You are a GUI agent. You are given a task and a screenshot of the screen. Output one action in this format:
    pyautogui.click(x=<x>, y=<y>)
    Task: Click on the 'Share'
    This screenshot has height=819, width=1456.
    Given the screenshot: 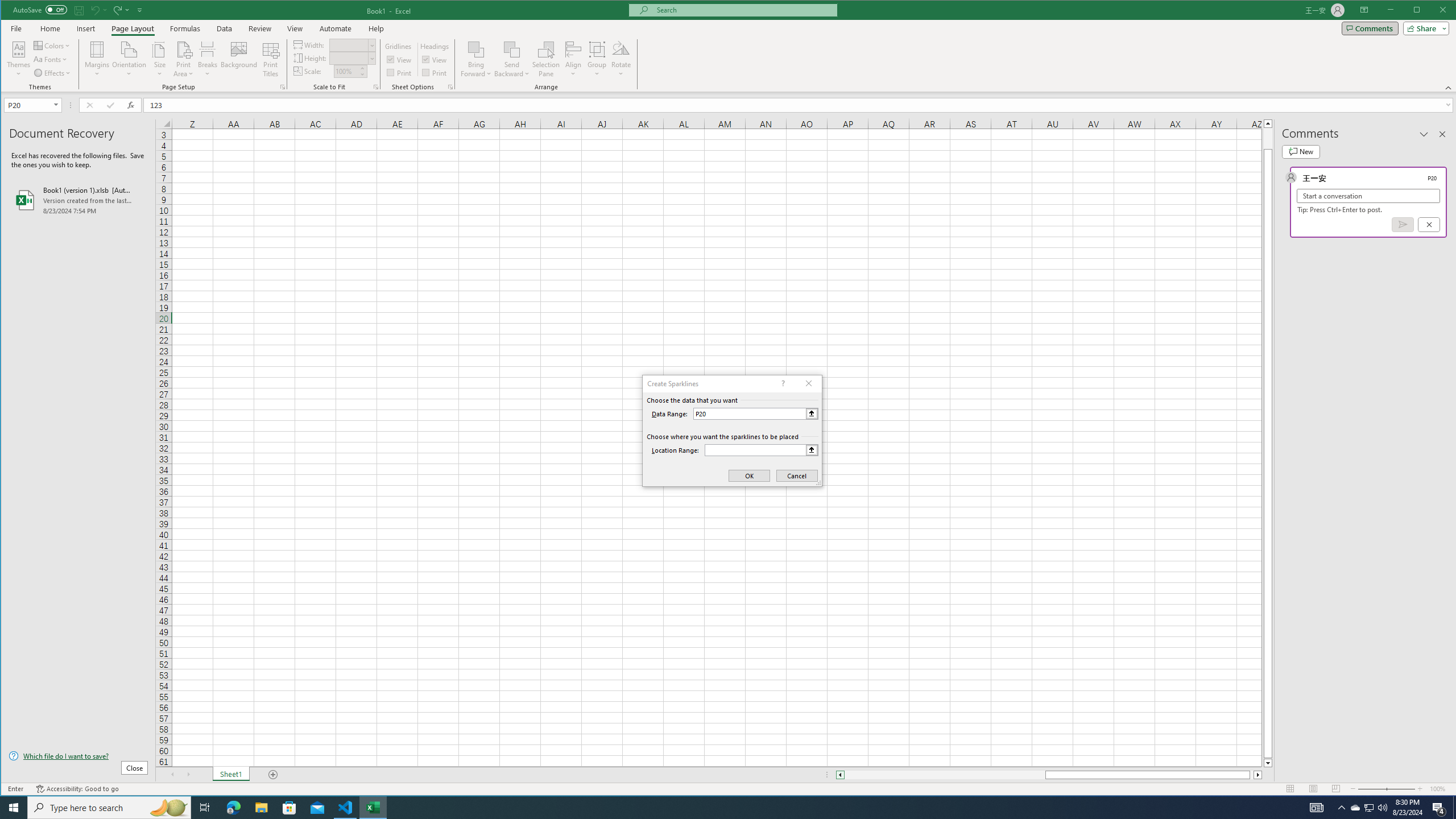 What is the action you would take?
    pyautogui.click(x=1423, y=28)
    